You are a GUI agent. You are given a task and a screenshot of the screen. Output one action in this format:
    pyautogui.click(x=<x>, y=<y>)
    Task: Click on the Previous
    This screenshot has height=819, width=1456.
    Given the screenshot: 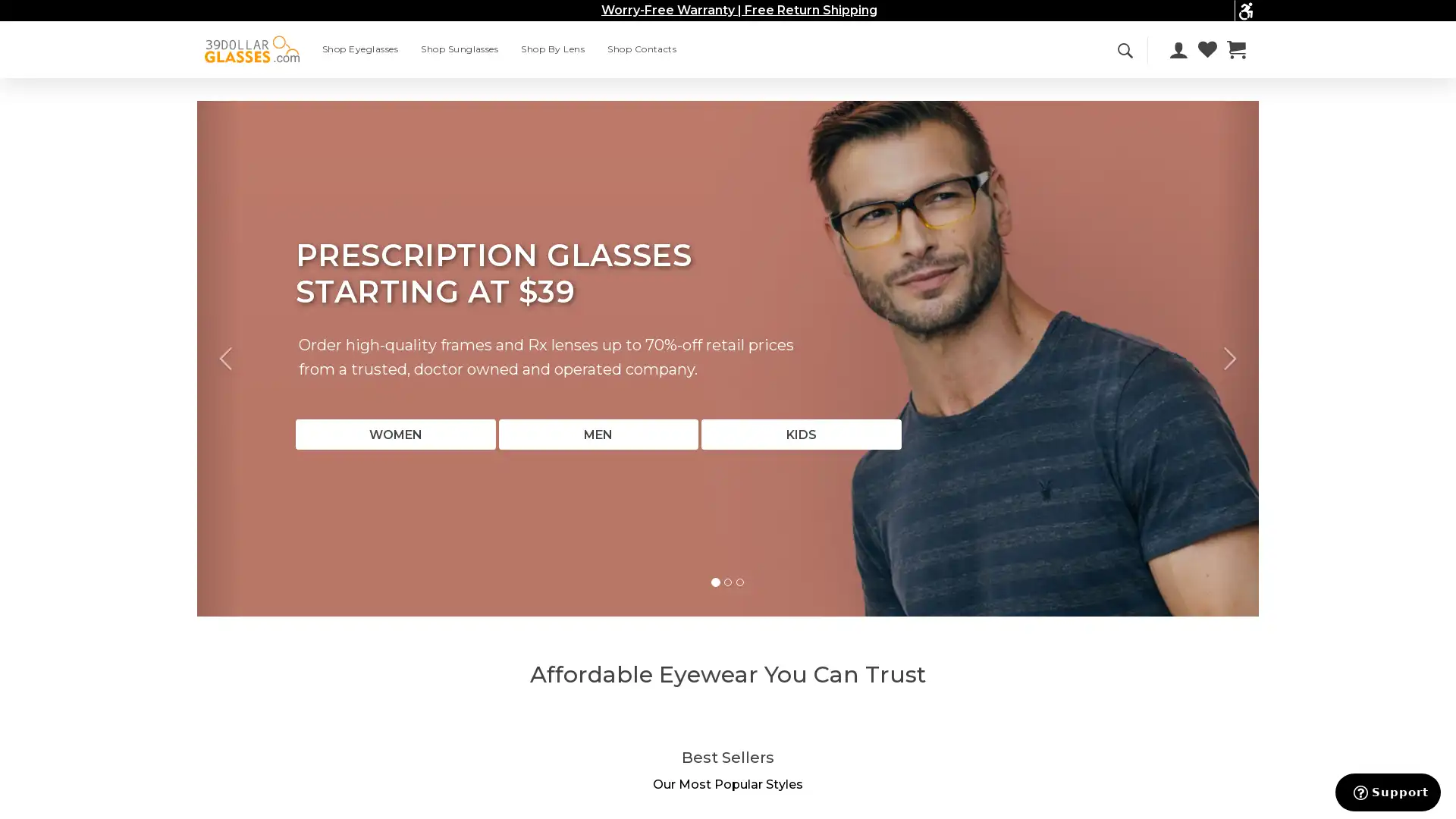 What is the action you would take?
    pyautogui.click(x=218, y=359)
    